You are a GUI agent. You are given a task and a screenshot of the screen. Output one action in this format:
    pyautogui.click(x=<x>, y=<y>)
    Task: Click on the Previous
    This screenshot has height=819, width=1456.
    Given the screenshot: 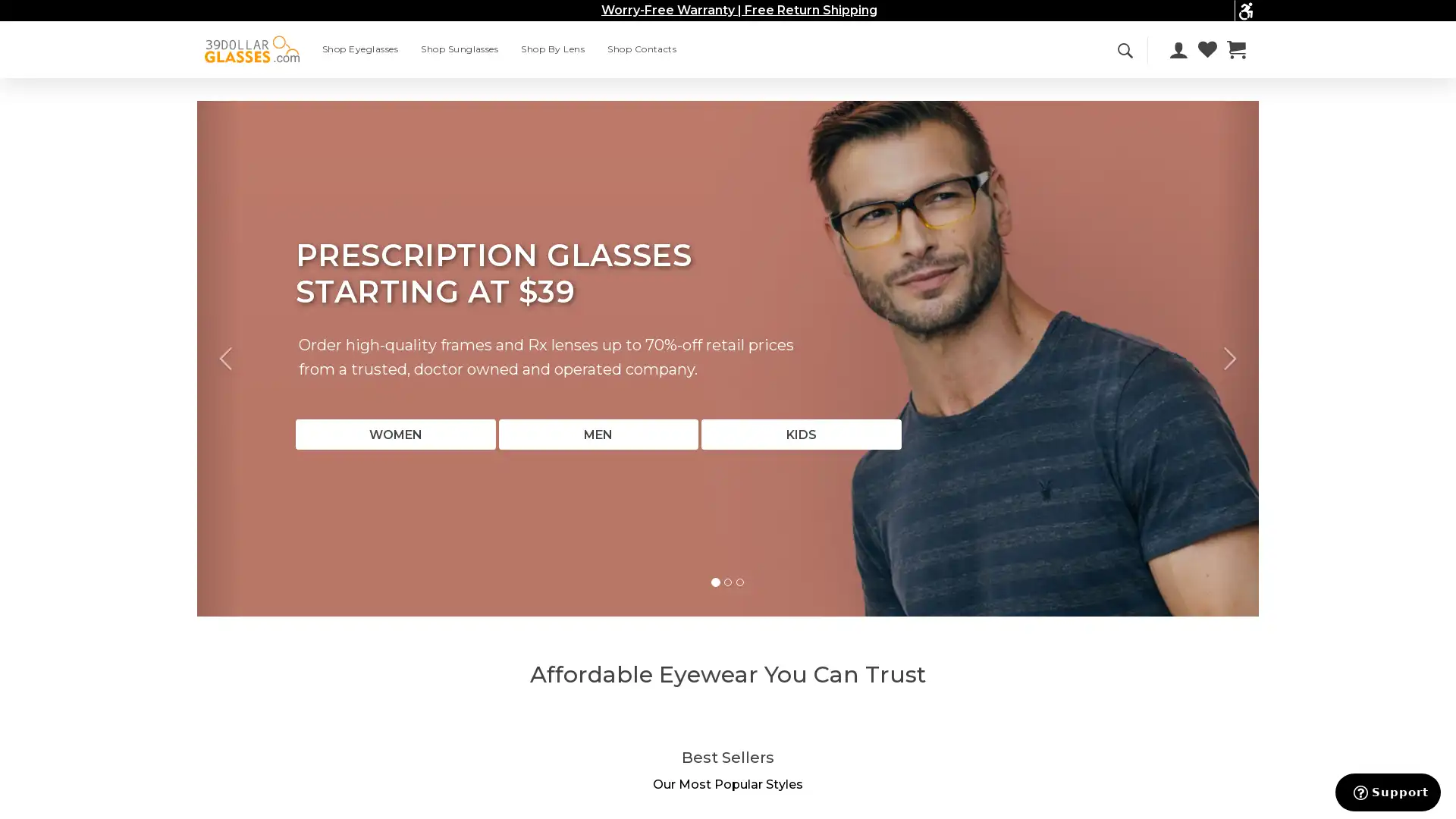 What is the action you would take?
    pyautogui.click(x=218, y=359)
    